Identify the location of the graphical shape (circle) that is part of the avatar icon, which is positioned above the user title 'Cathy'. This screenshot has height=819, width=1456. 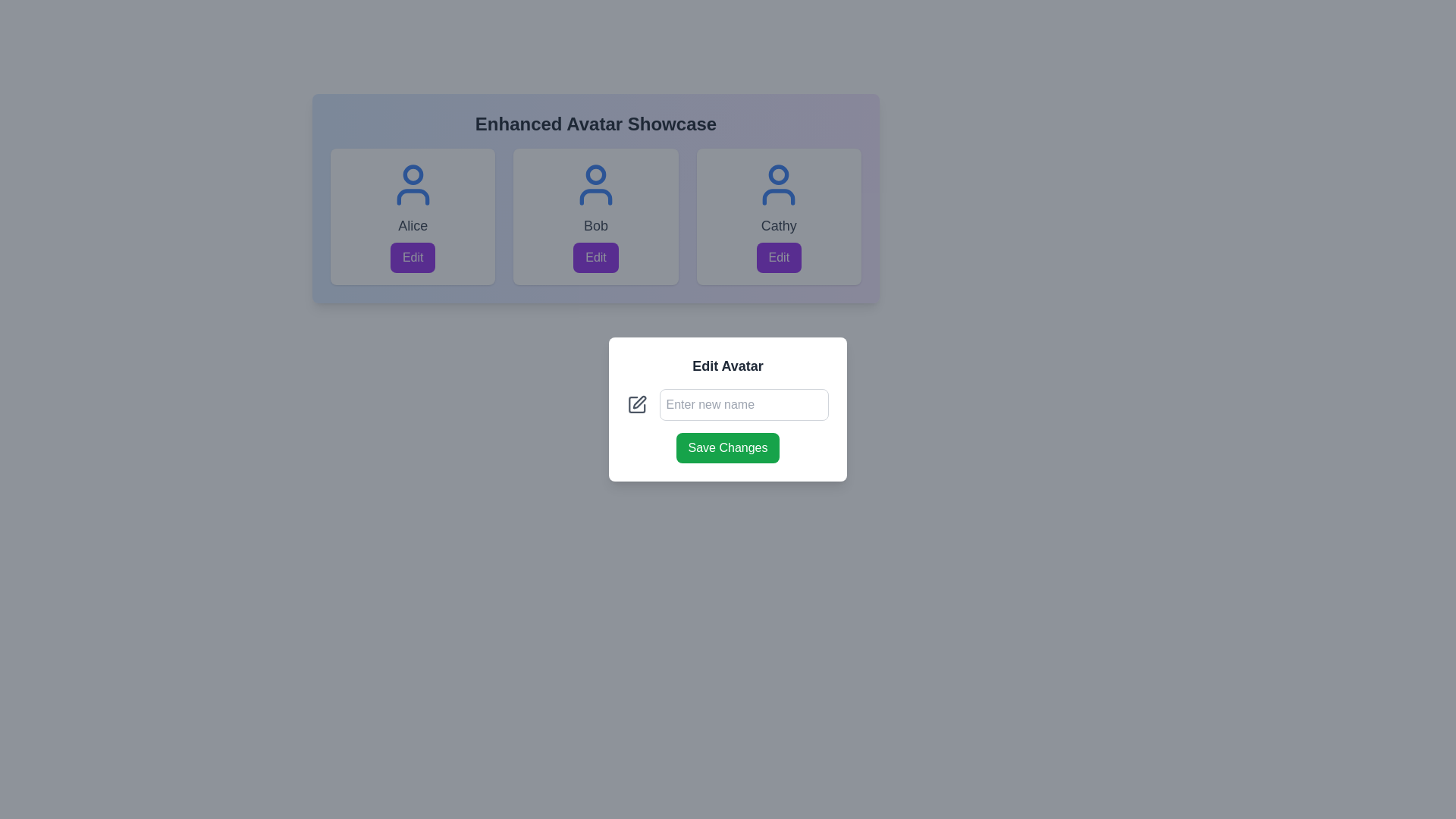
(779, 174).